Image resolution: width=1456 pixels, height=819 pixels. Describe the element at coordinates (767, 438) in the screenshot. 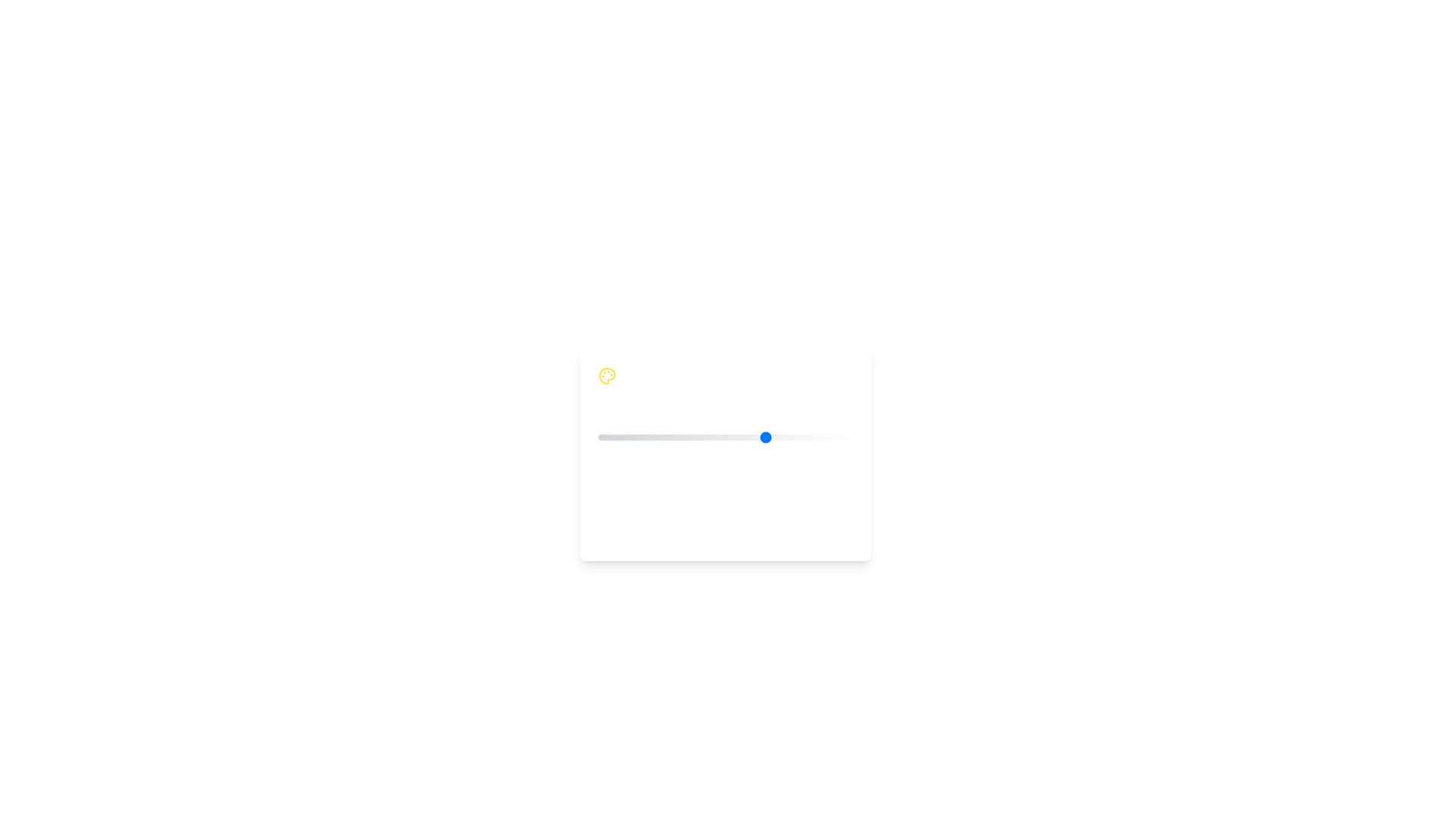

I see `the mood slider to set the mood value to 3` at that location.